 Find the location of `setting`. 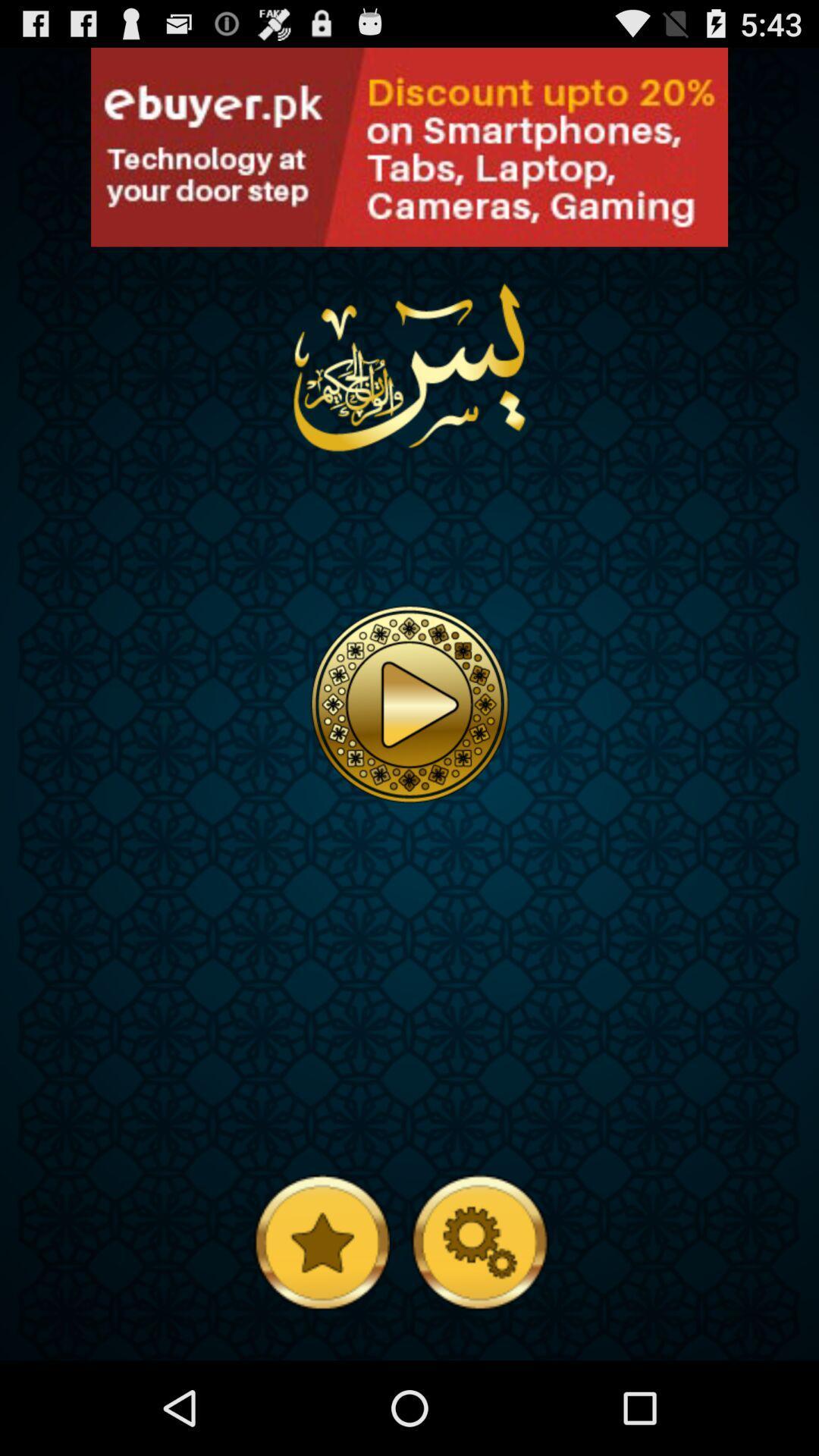

setting is located at coordinates (479, 1241).